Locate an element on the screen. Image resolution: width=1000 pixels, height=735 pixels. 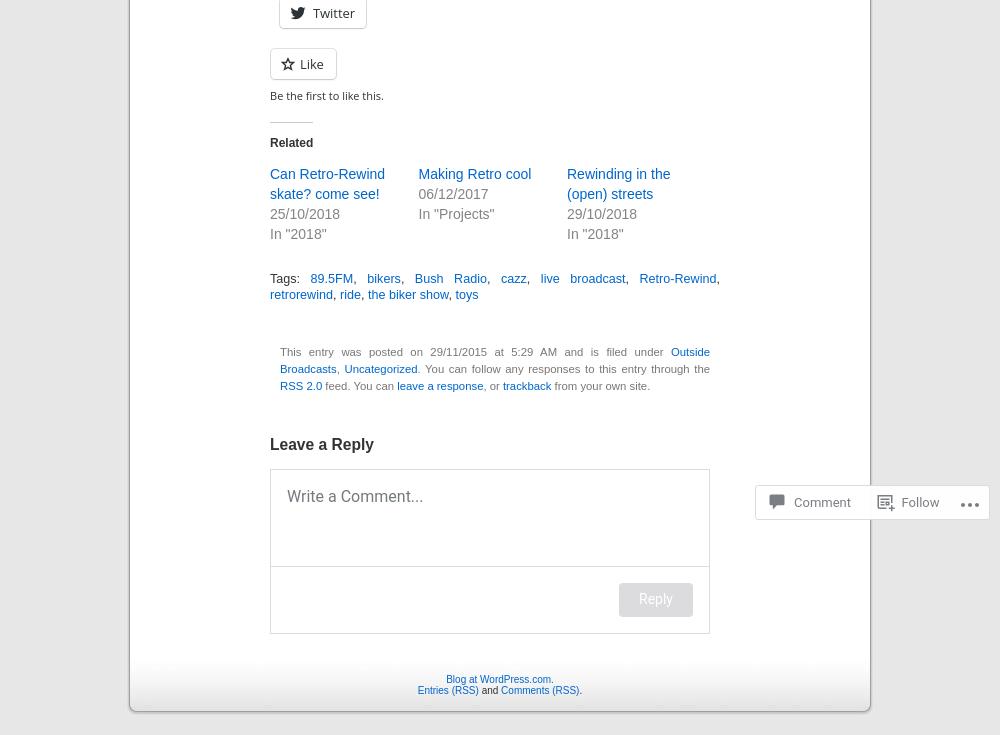
'Entries (RSS)' is located at coordinates (446, 689).